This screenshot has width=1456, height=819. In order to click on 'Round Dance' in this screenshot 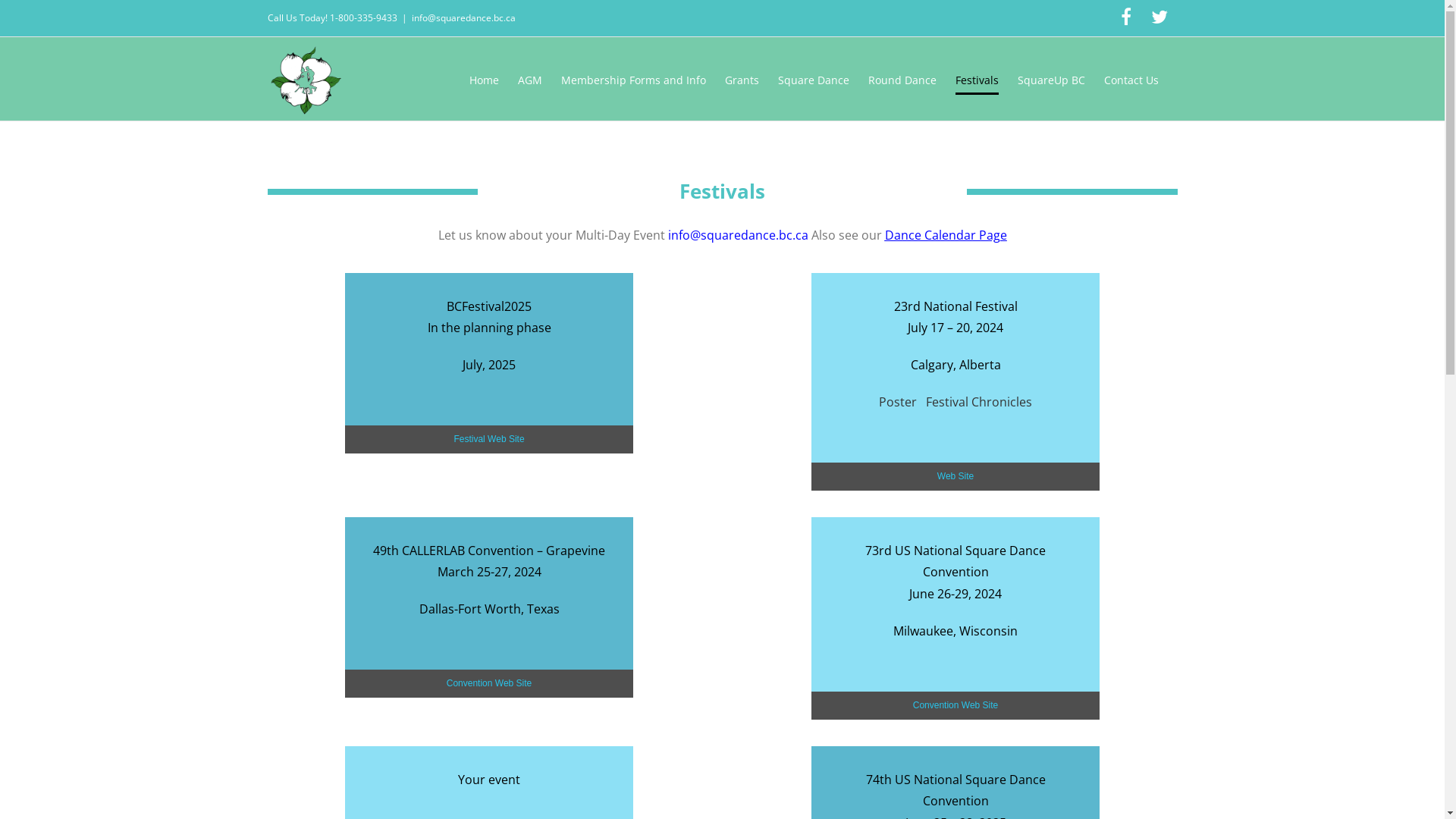, I will do `click(902, 80)`.